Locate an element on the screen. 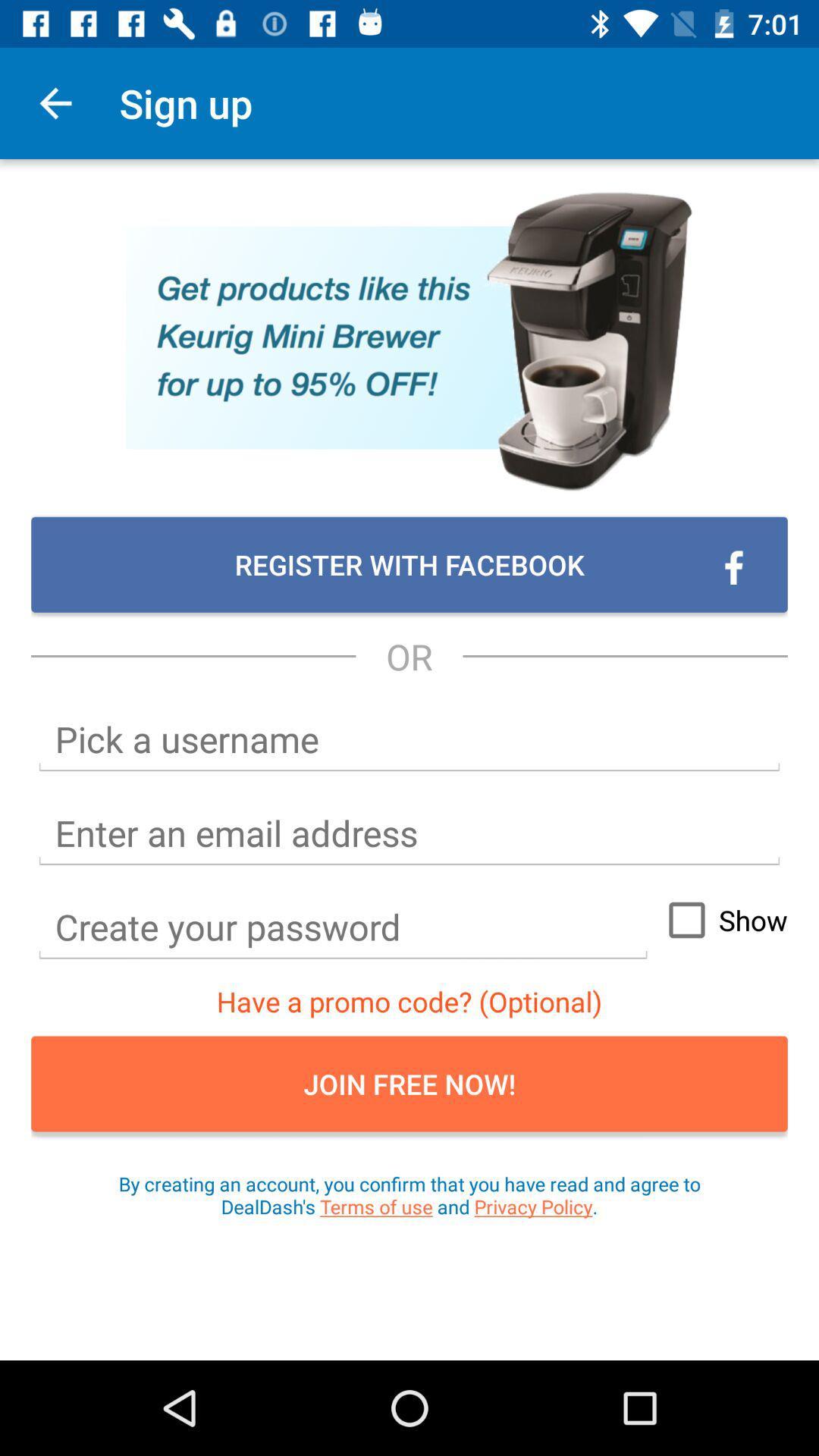 This screenshot has height=1456, width=819. icon above the by creating an item is located at coordinates (409, 1083).